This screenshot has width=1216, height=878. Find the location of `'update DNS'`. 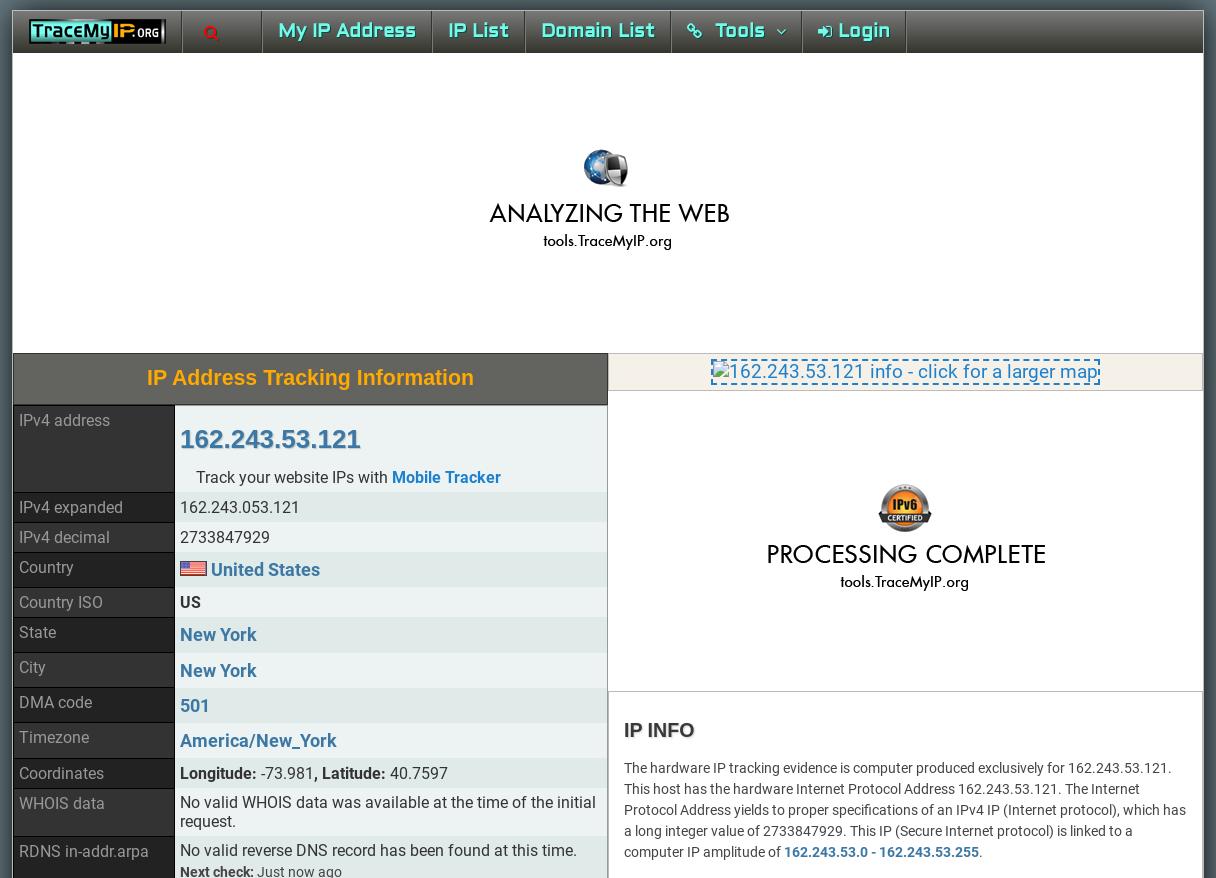

'update DNS' is located at coordinates (243, 502).